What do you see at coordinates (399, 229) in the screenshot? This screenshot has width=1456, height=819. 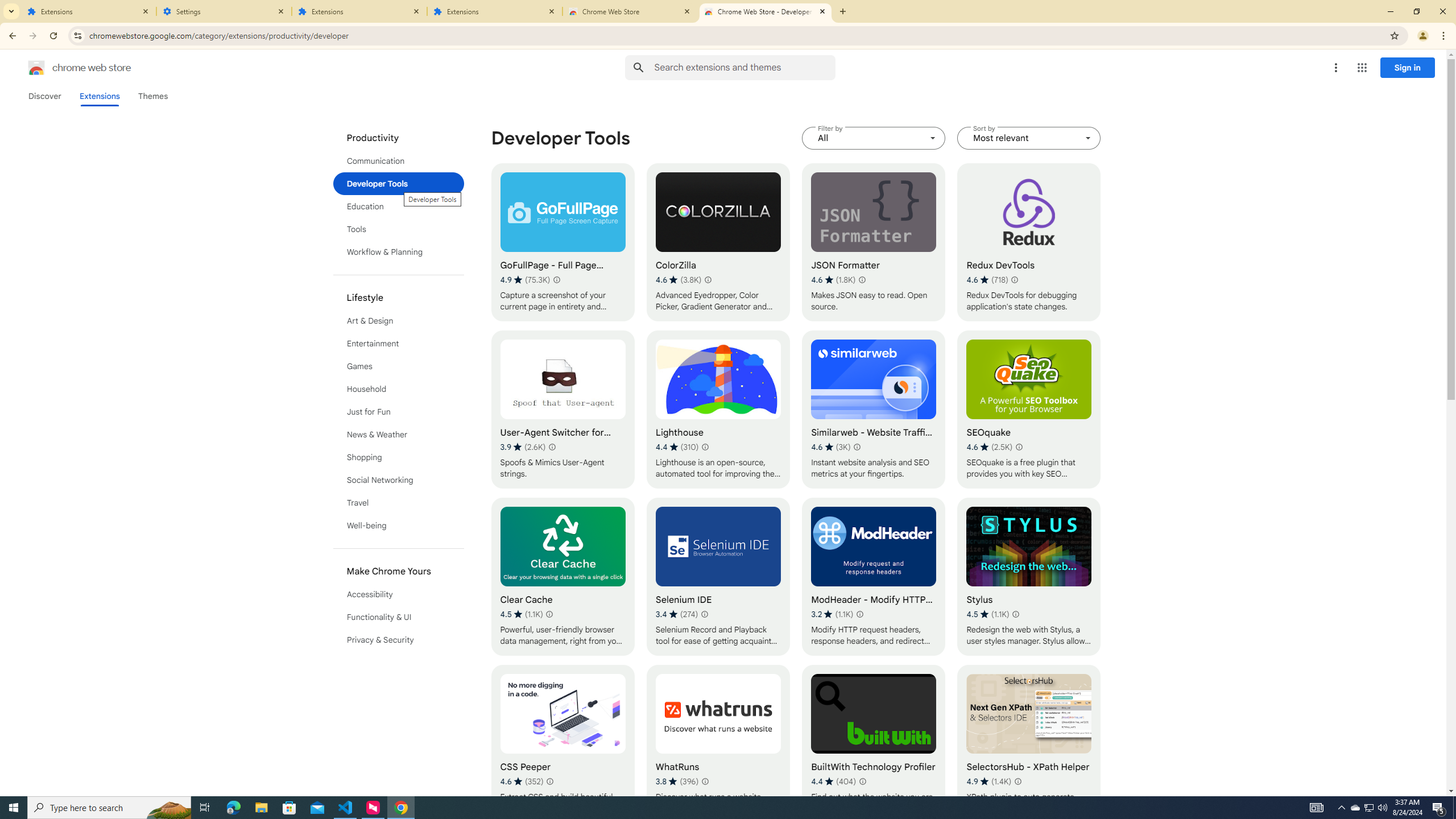 I see `'Tools'` at bounding box center [399, 229].